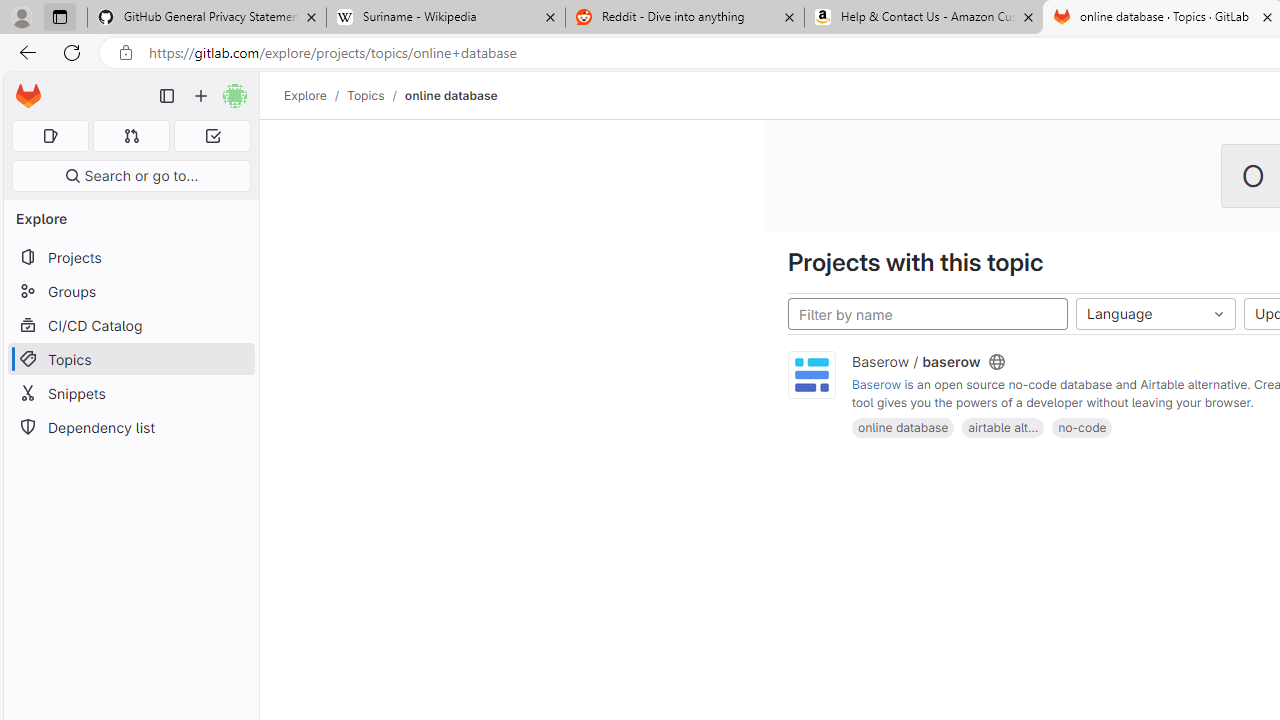 This screenshot has height=720, width=1280. Describe the element at coordinates (927, 314) in the screenshot. I see `'Filter by name'` at that location.